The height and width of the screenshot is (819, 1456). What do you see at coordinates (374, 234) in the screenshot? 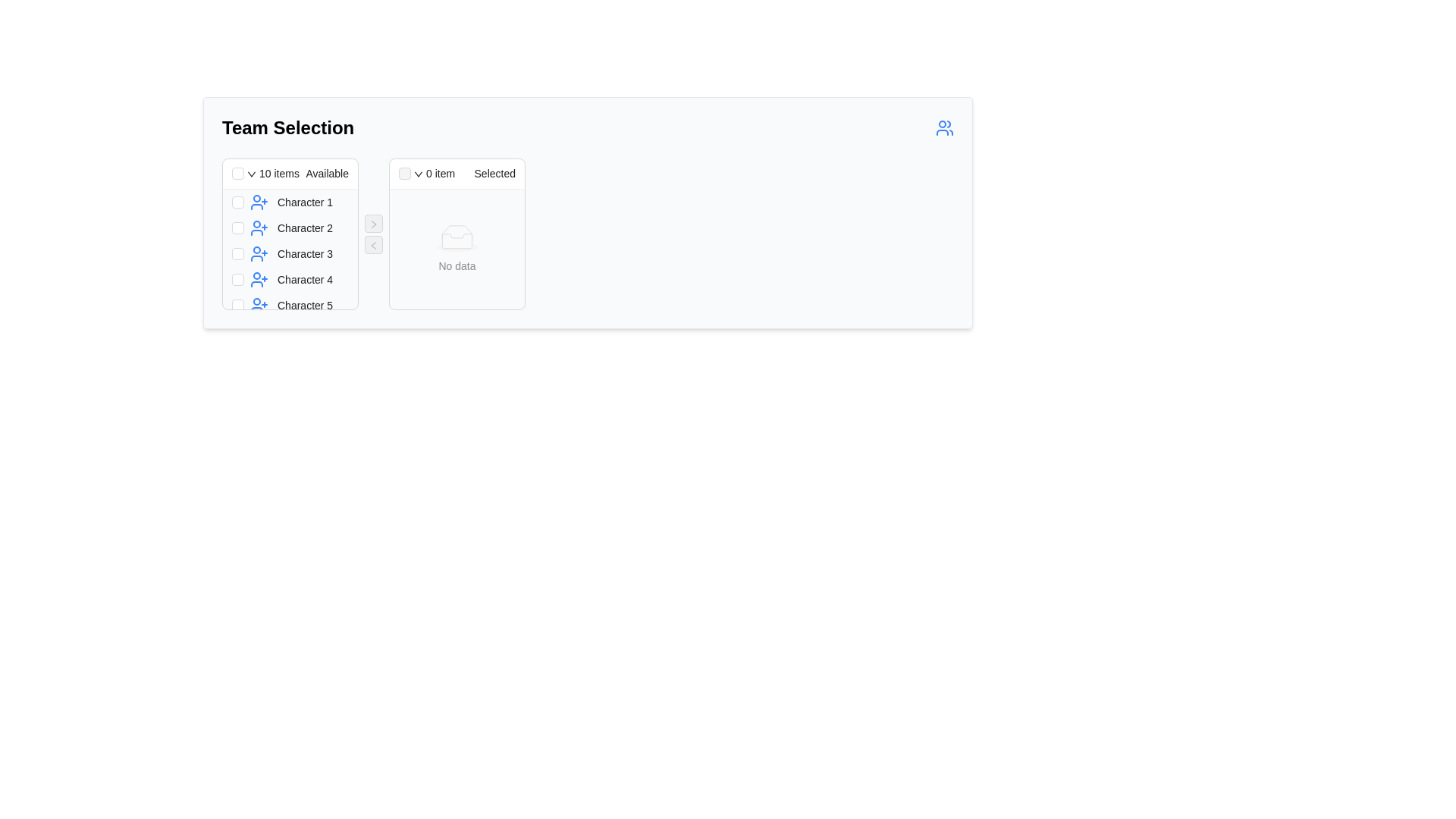
I see `the Transfer control buttons located between the 'Available' and 'Selected' panels in the 'Team Selection' UI` at bounding box center [374, 234].